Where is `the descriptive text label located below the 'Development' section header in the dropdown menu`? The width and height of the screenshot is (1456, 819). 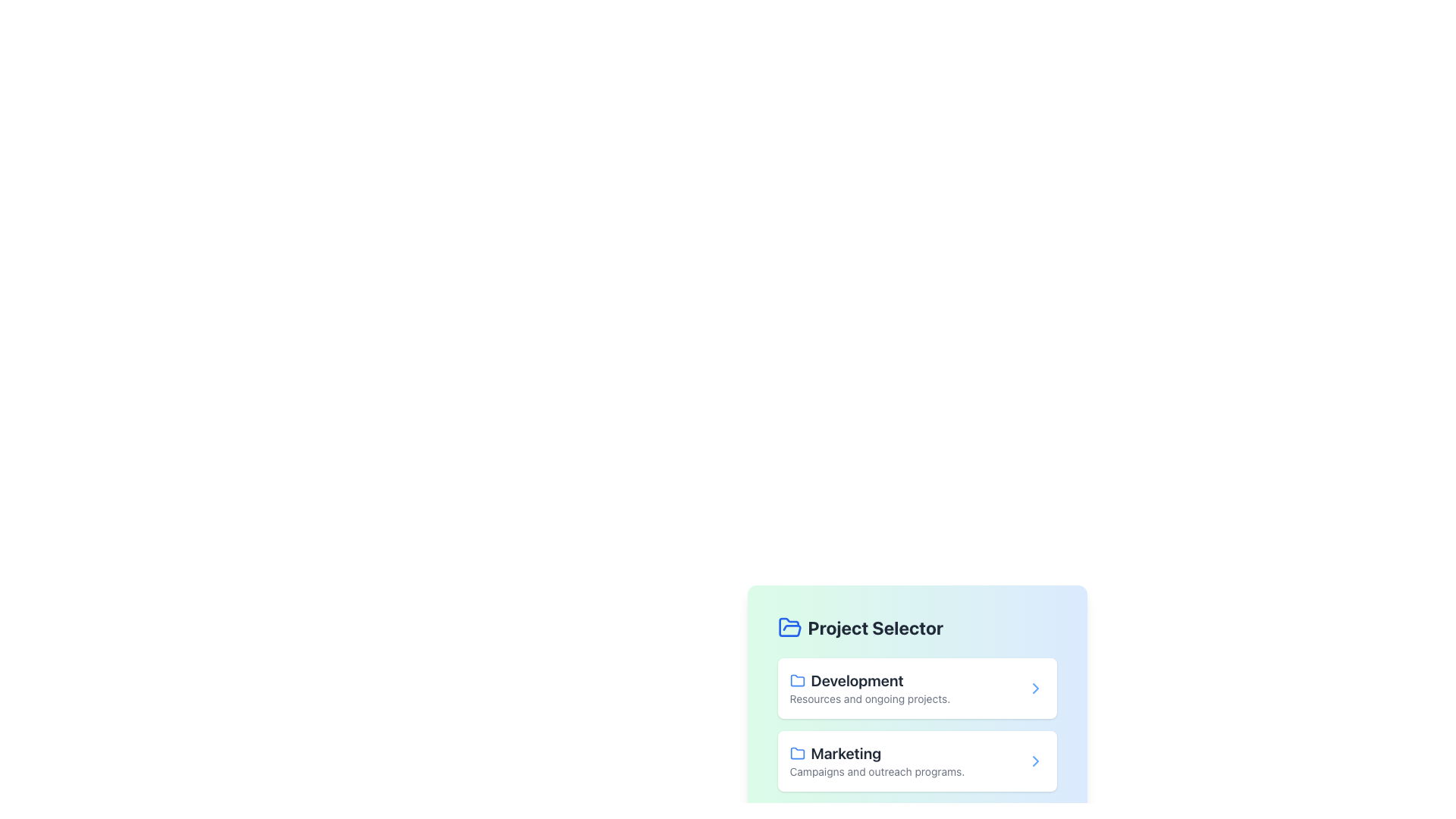
the descriptive text label located below the 'Development' section header in the dropdown menu is located at coordinates (870, 698).